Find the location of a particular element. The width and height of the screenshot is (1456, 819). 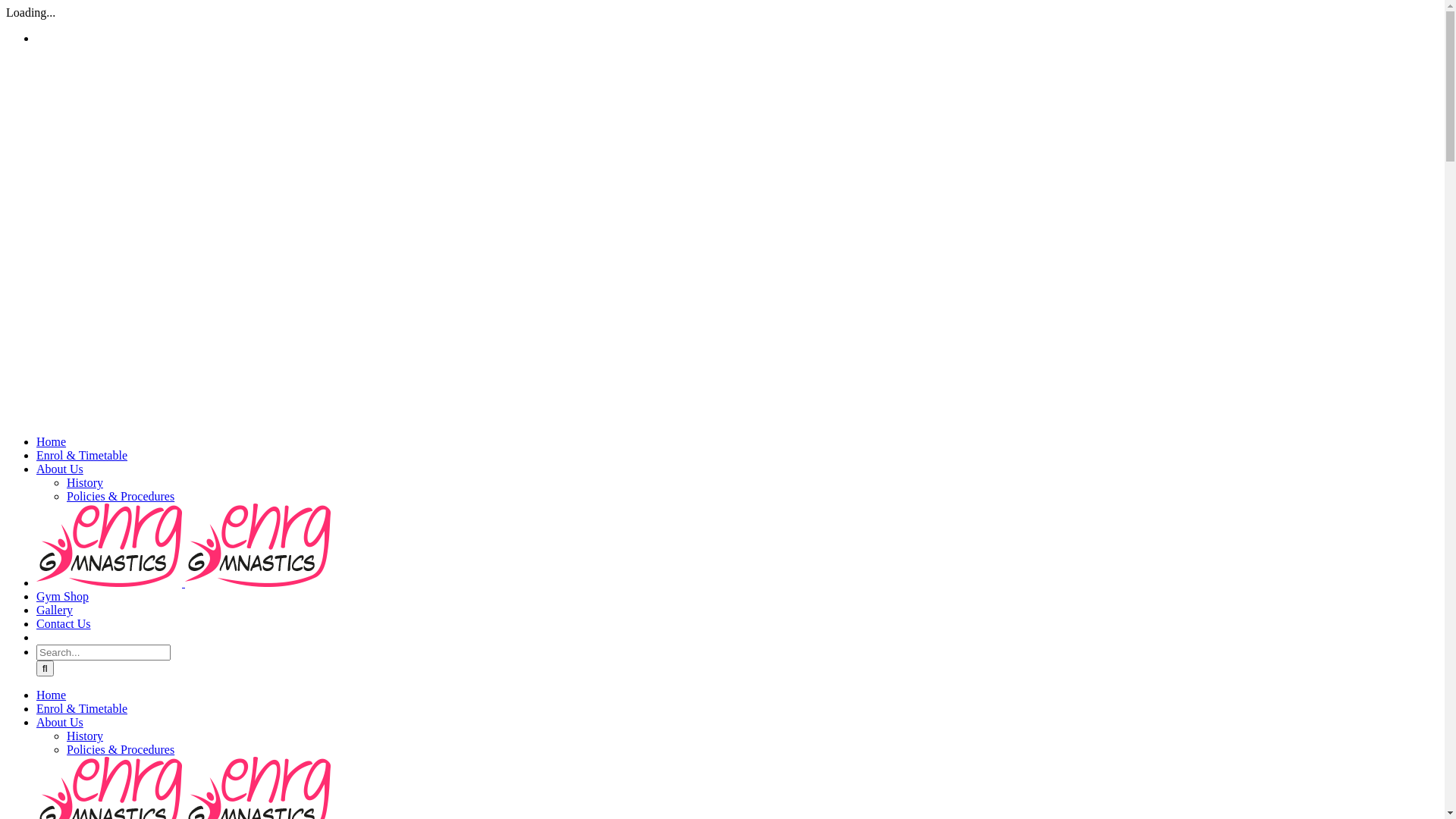

'Home' is located at coordinates (51, 441).